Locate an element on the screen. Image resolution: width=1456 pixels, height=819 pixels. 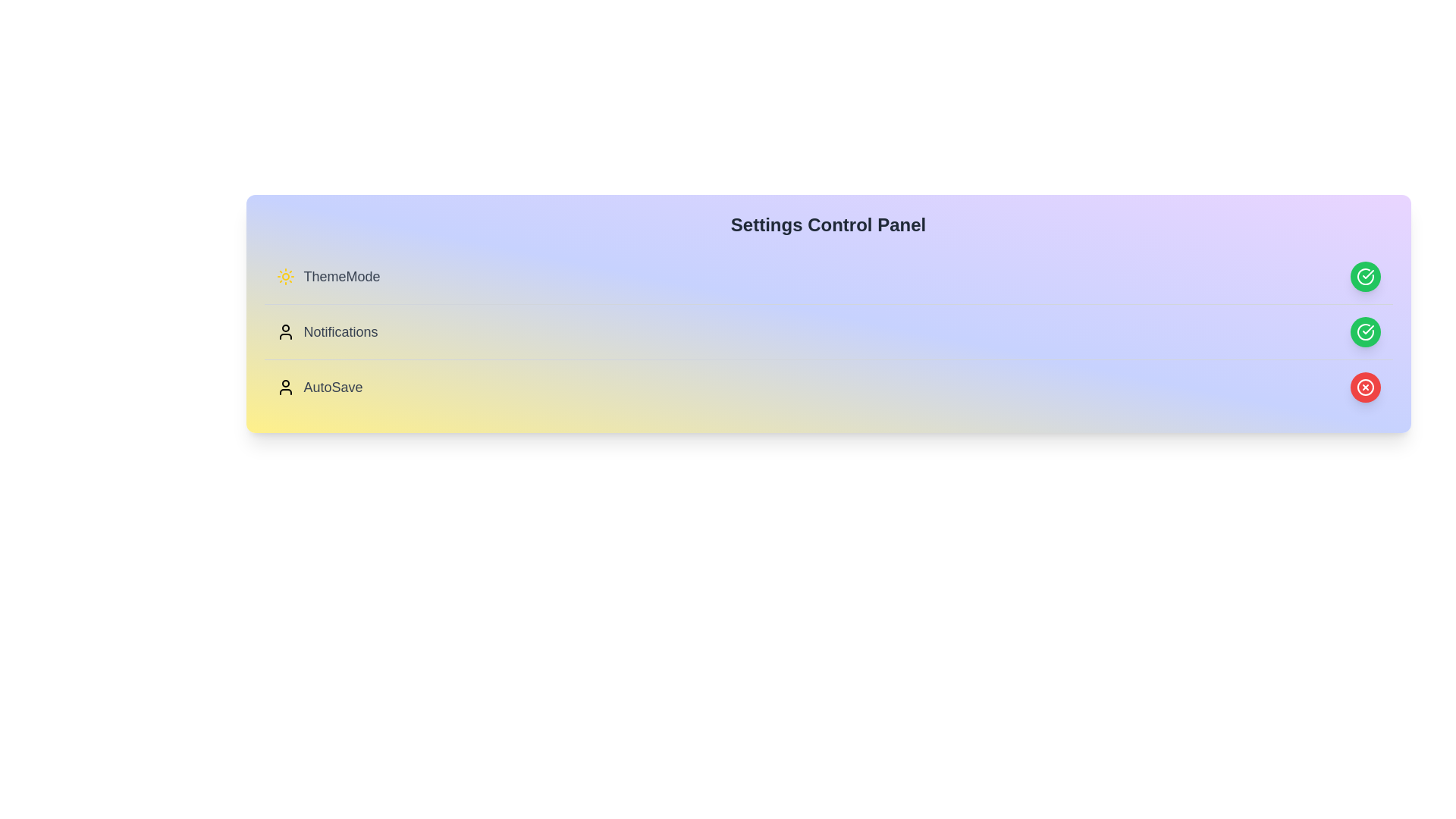
button associated with Notifications to toggle its state is located at coordinates (1365, 331).